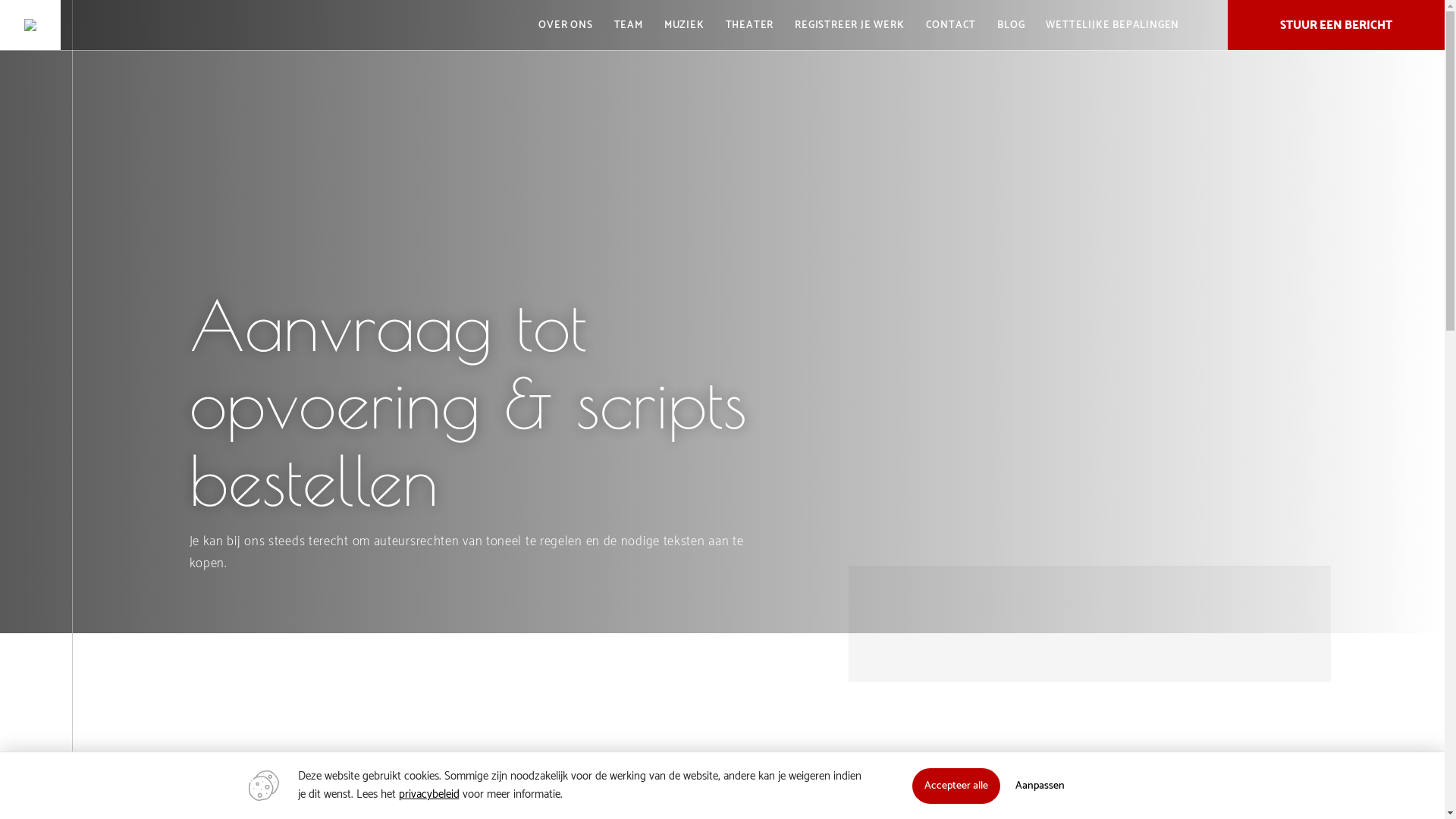 This screenshot has width=1456, height=819. I want to click on 'CONTACT', so click(950, 25).